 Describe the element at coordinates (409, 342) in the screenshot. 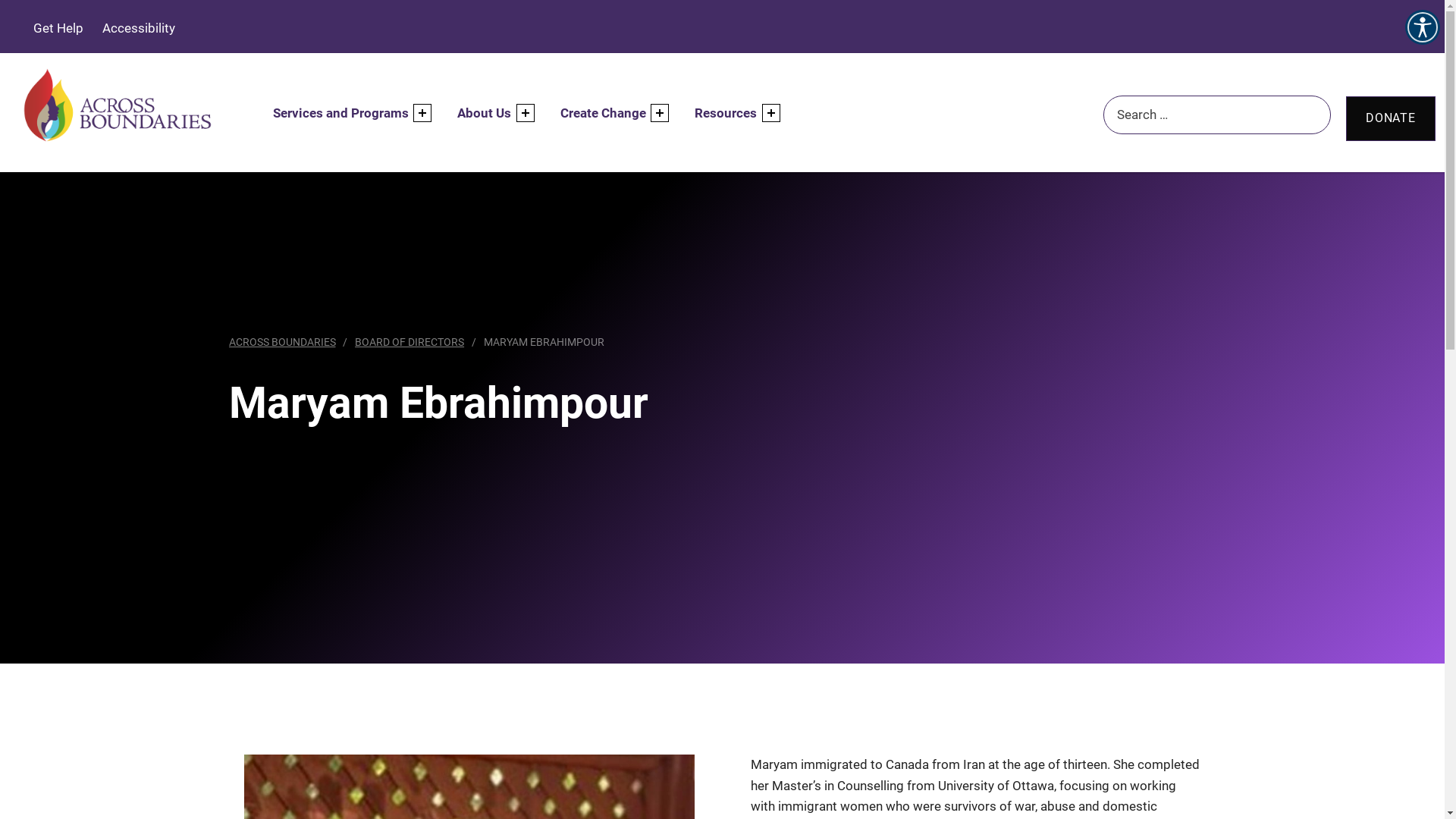

I see `'BOARD OF DIRECTORS'` at that location.